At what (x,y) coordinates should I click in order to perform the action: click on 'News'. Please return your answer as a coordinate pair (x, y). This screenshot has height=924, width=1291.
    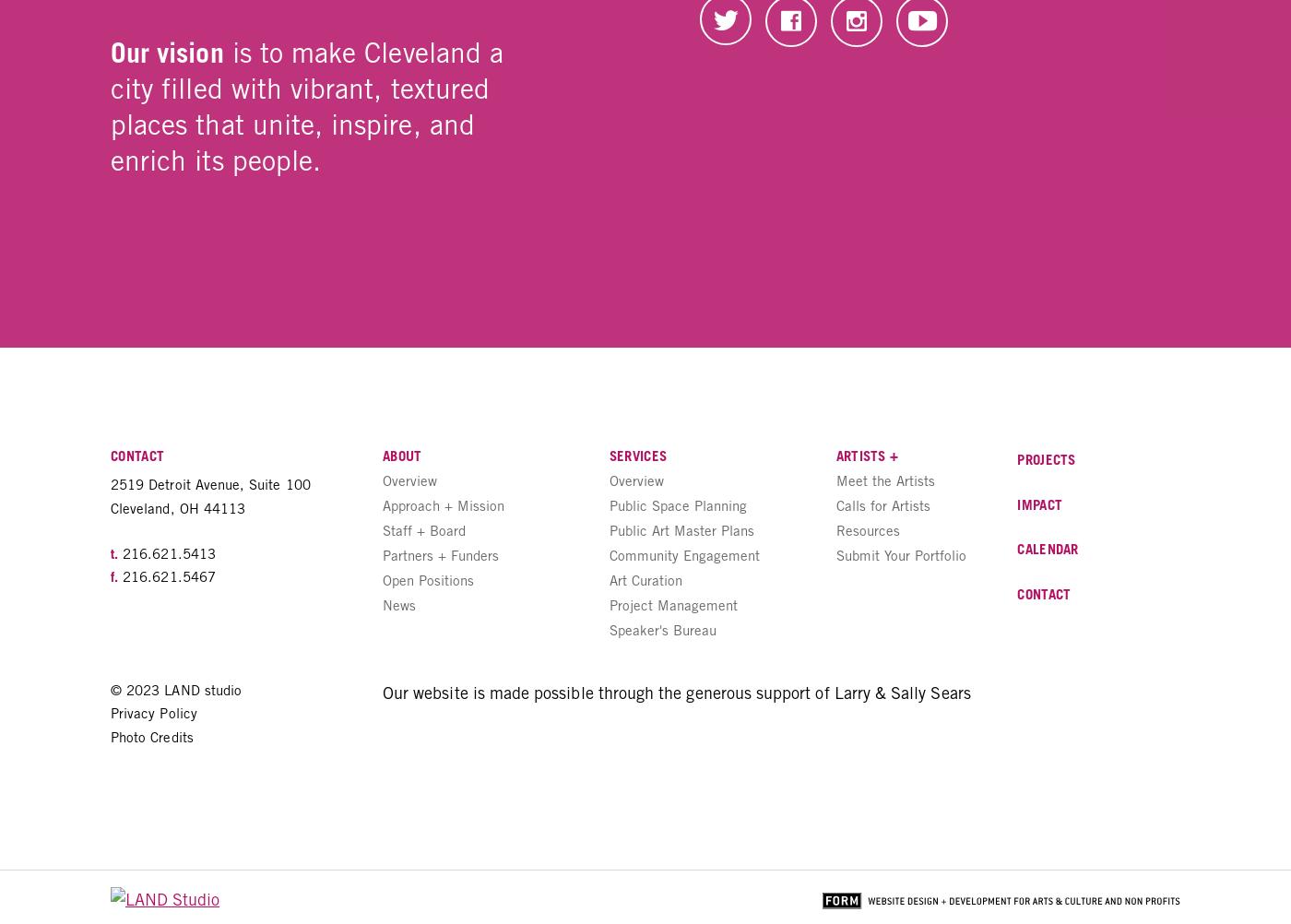
    Looking at the image, I should click on (399, 604).